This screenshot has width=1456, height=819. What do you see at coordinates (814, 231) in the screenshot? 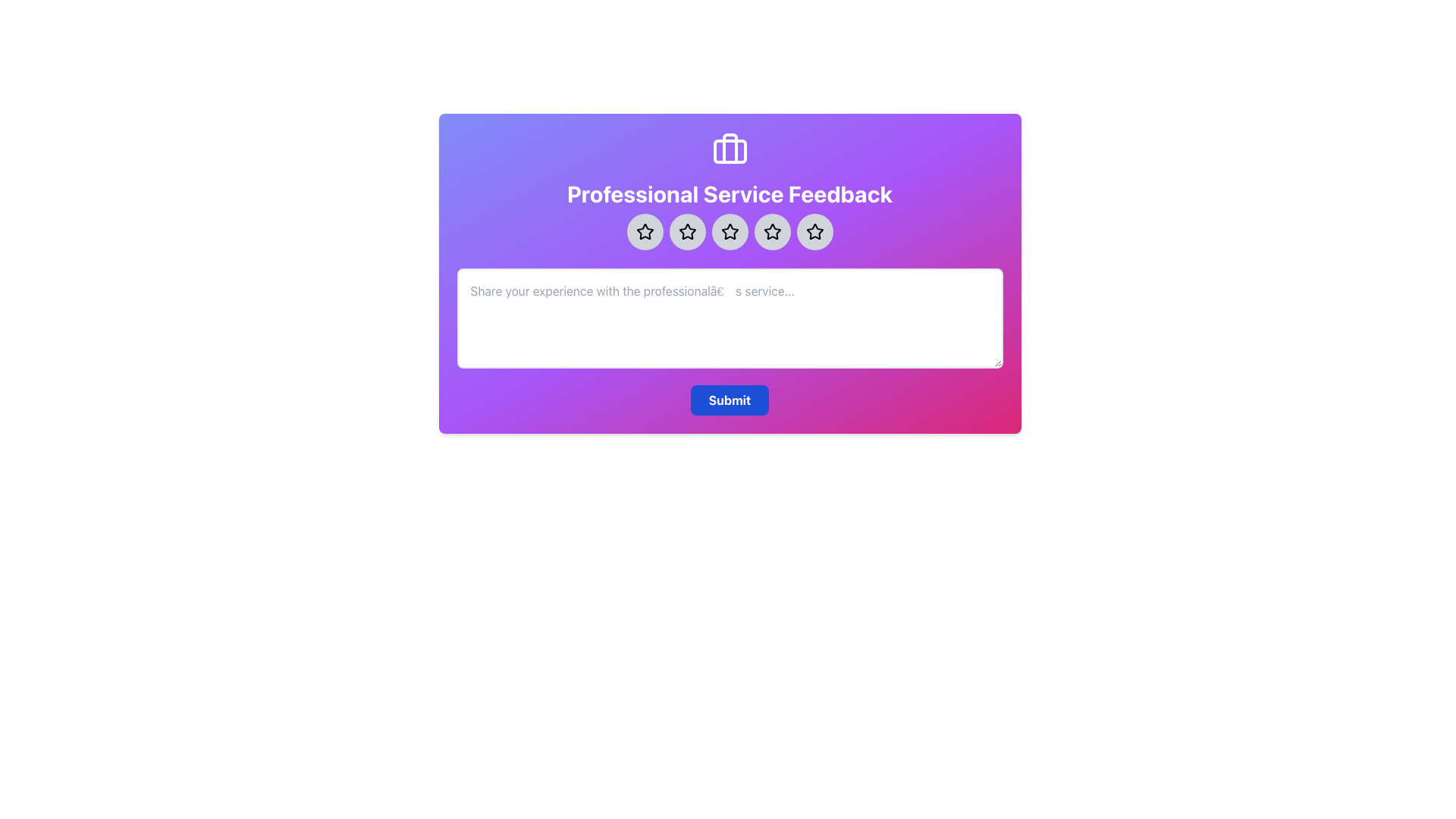
I see `the right-most star icon in the horizontal sequence of five star icons` at bounding box center [814, 231].